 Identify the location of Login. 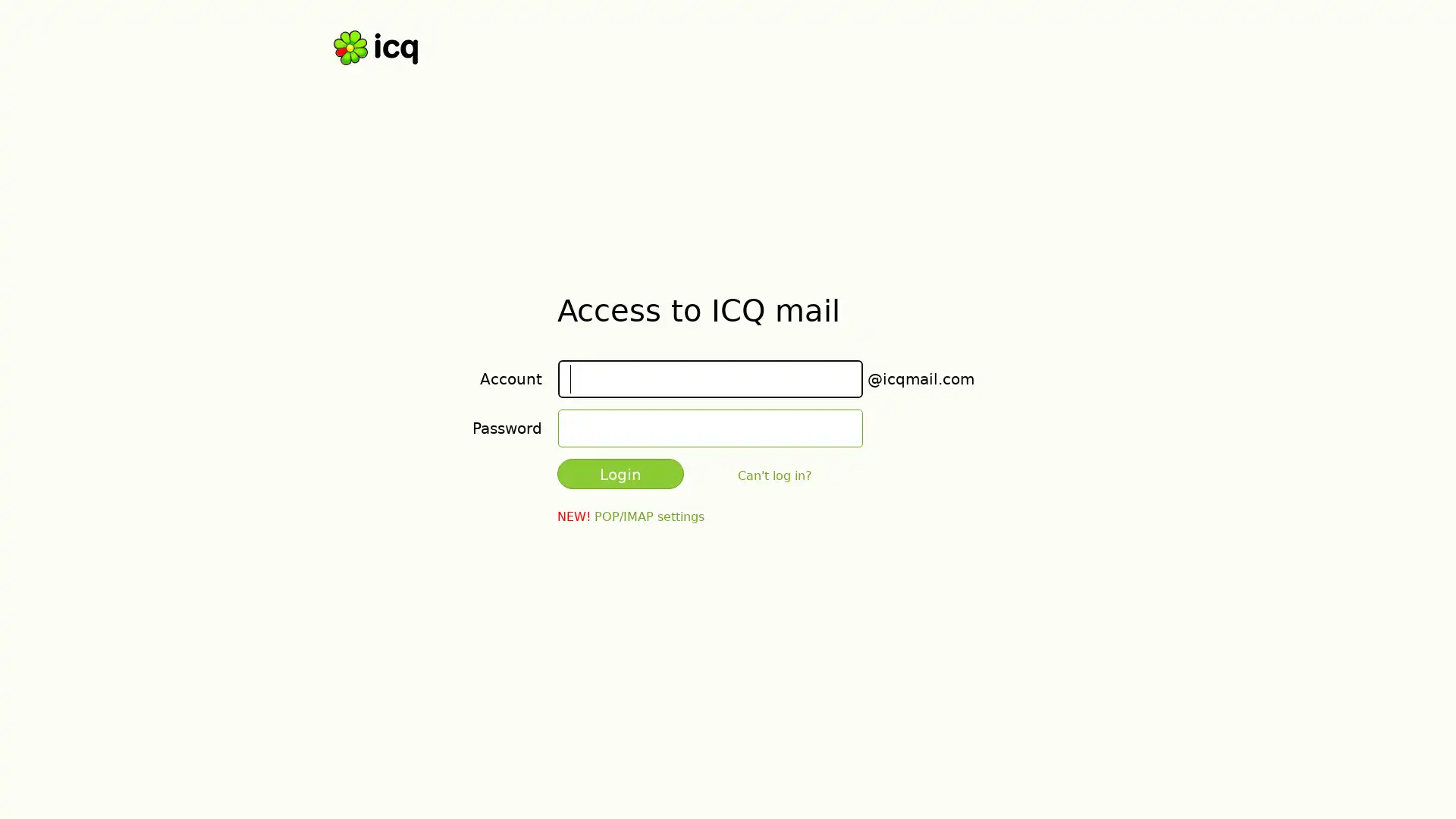
(620, 472).